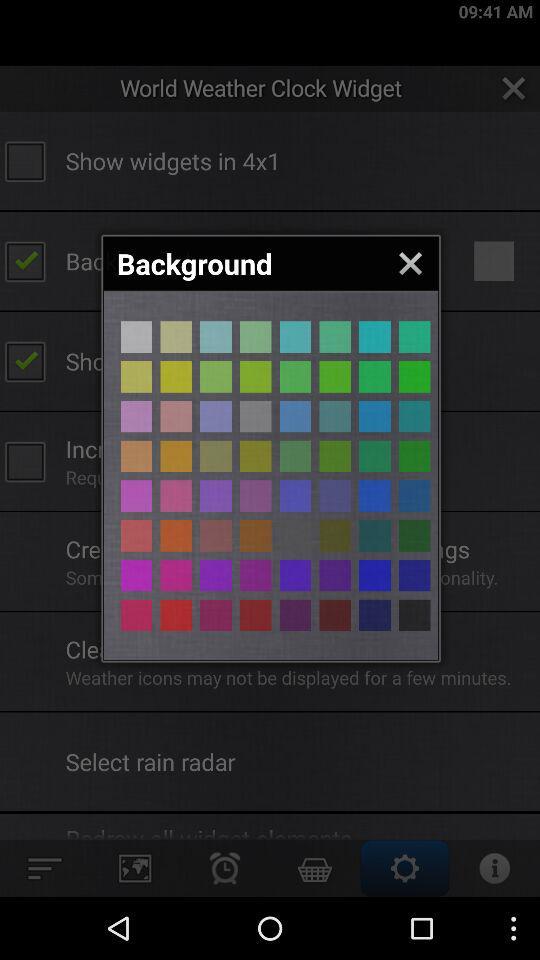 This screenshot has height=960, width=540. What do you see at coordinates (335, 534) in the screenshot?
I see `change background color` at bounding box center [335, 534].